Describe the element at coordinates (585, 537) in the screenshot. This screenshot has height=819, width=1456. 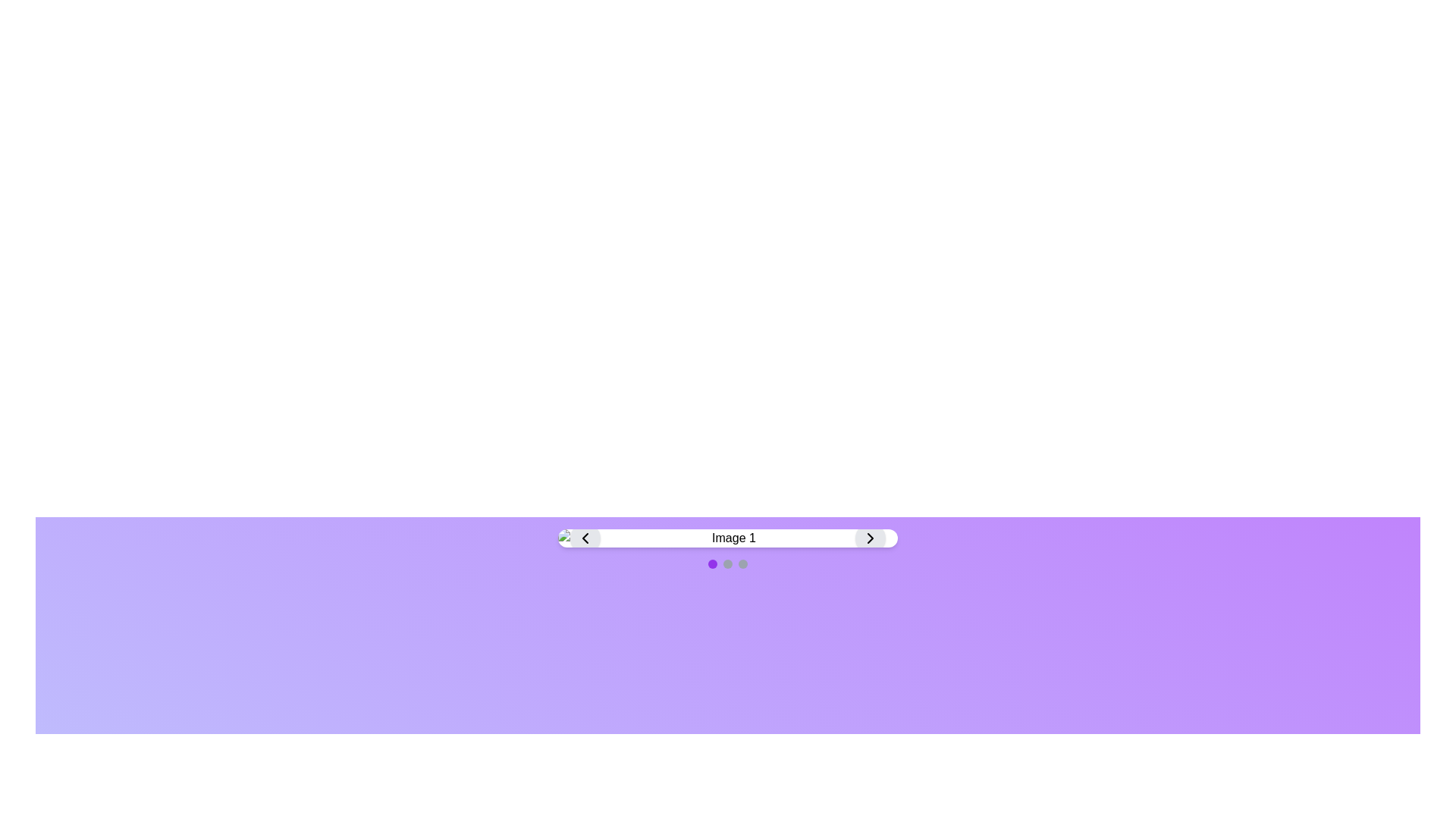
I see `the left-pointing chevron icon within the SVG located at the bottom center of the interface for interaction feedback` at that location.